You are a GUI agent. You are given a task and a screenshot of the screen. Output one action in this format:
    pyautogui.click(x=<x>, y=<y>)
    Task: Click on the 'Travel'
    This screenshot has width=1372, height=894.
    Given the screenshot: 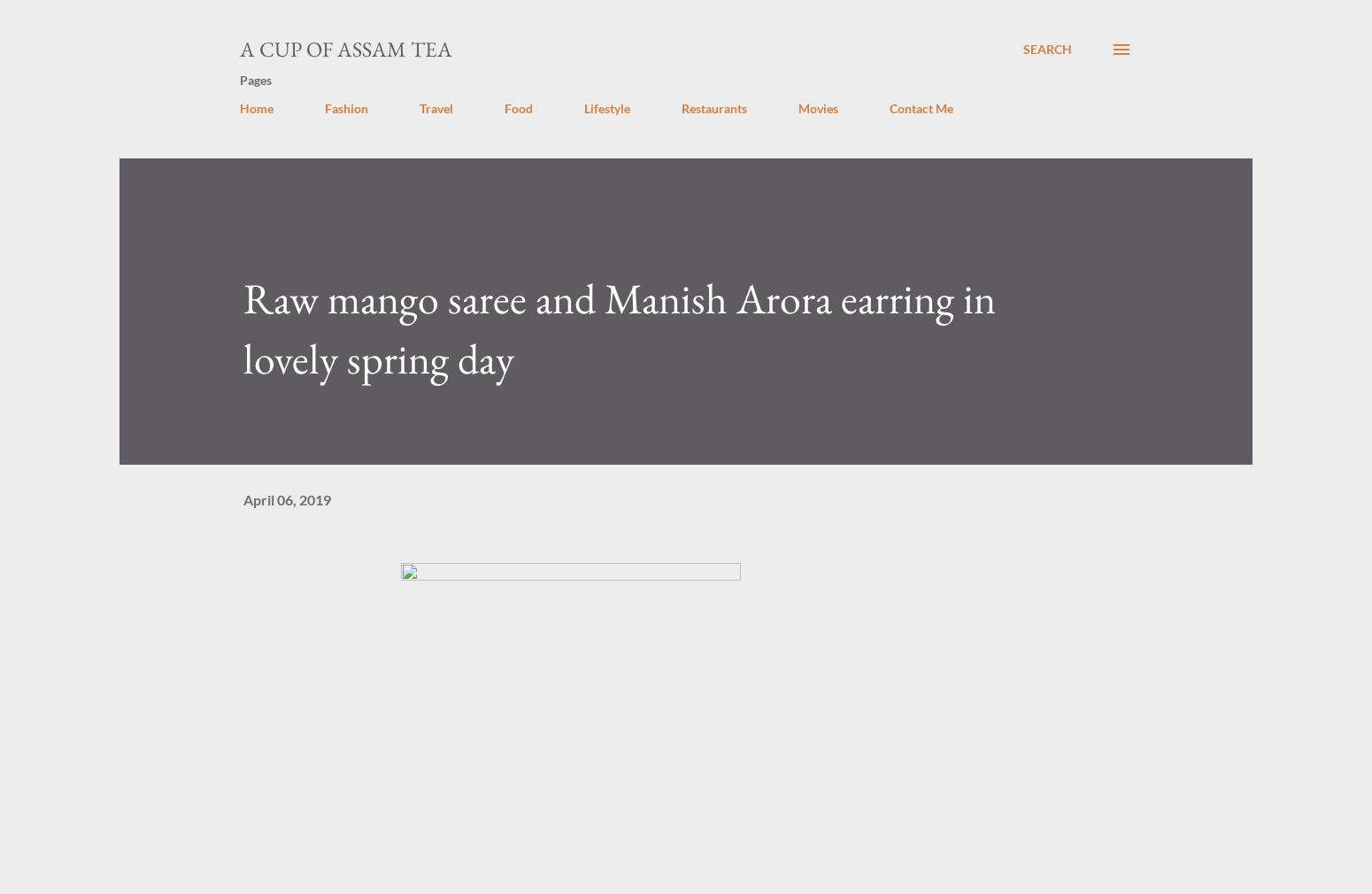 What is the action you would take?
    pyautogui.click(x=435, y=107)
    